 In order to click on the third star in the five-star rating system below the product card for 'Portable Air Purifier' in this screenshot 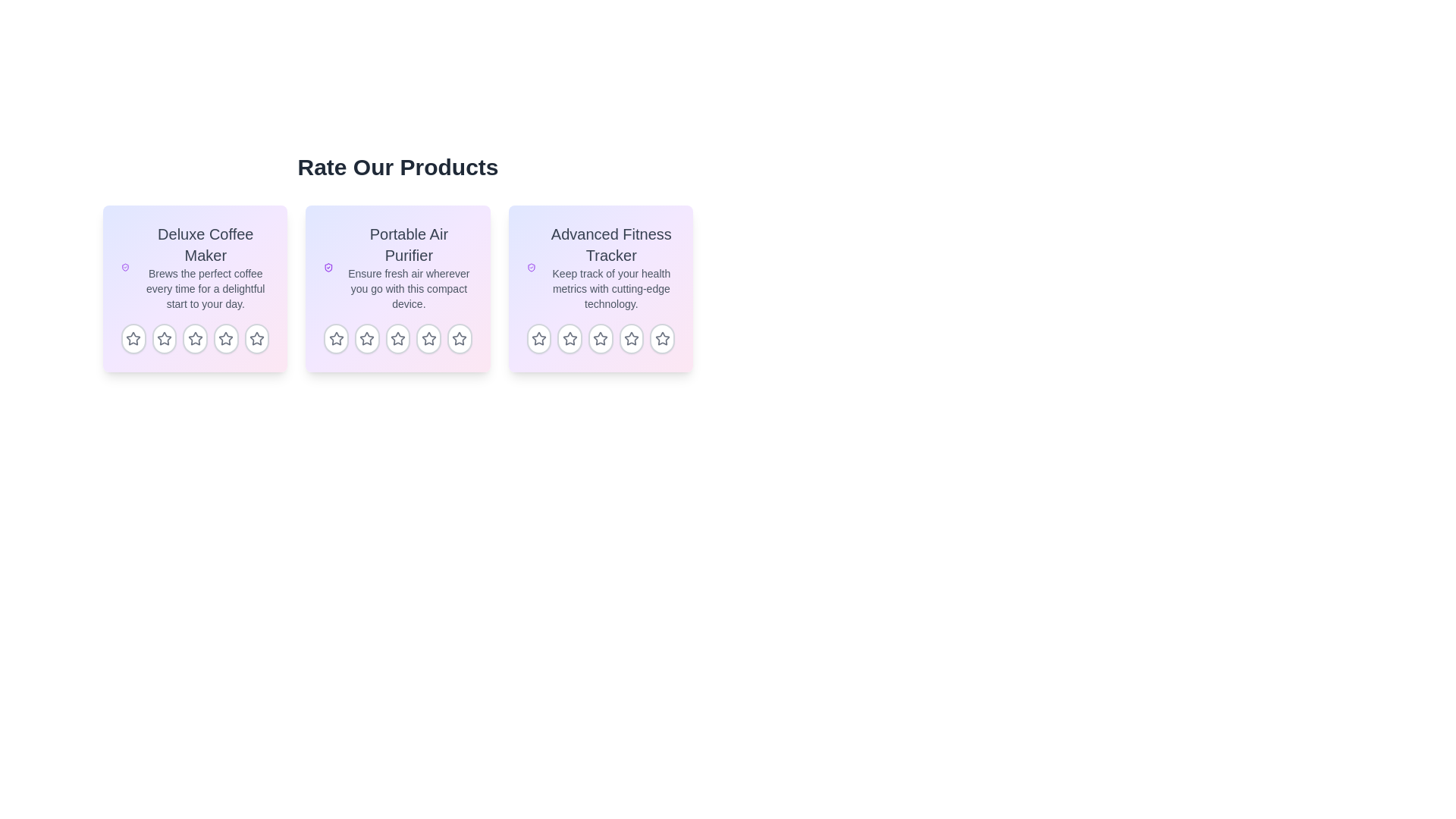, I will do `click(397, 338)`.